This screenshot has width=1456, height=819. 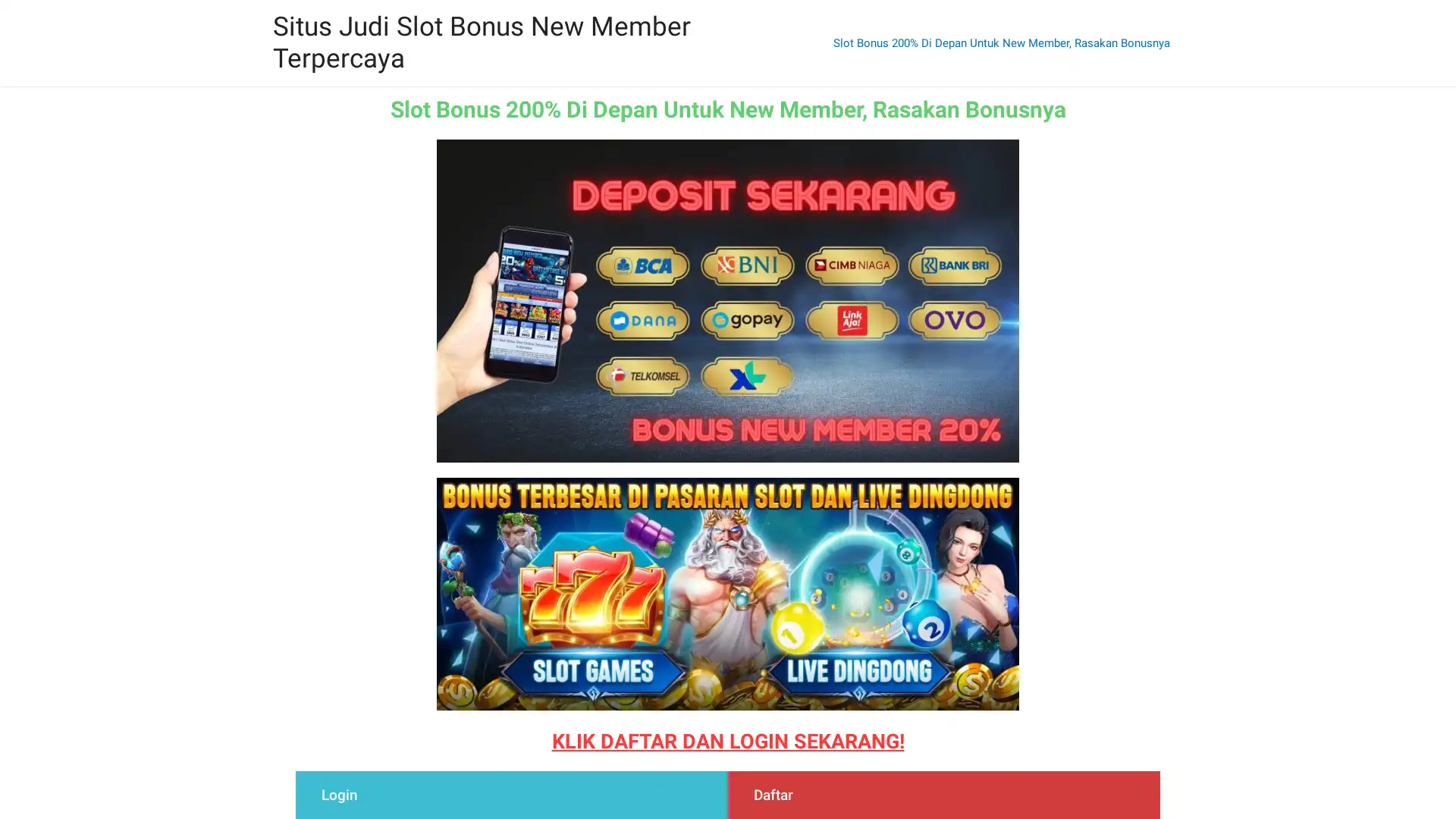 I want to click on Daftar, so click(x=769, y=795).